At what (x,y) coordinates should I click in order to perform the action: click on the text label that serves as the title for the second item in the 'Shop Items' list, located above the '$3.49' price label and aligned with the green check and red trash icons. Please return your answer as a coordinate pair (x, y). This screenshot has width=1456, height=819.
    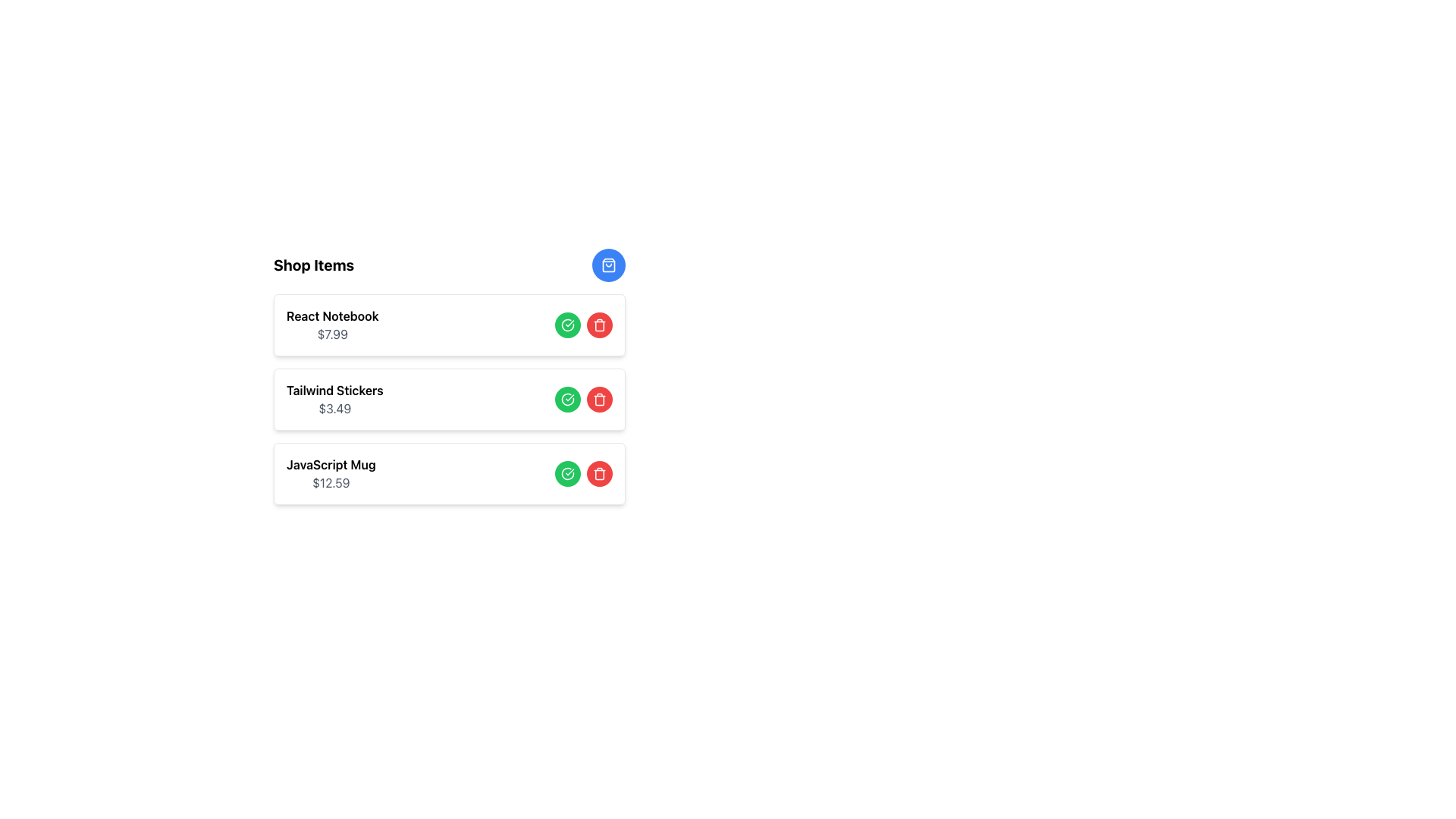
    Looking at the image, I should click on (334, 390).